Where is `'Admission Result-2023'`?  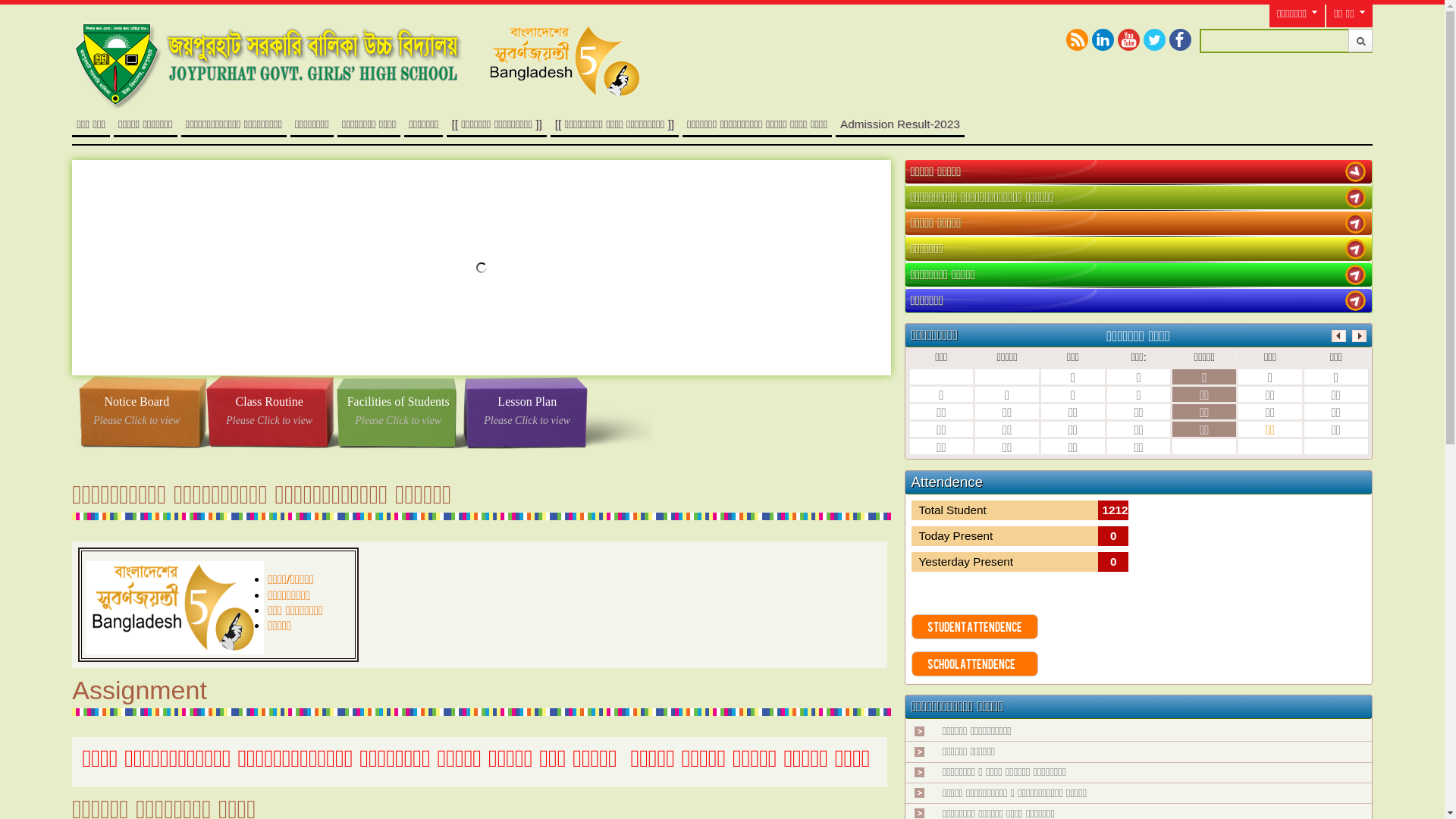 'Admission Result-2023' is located at coordinates (899, 123).